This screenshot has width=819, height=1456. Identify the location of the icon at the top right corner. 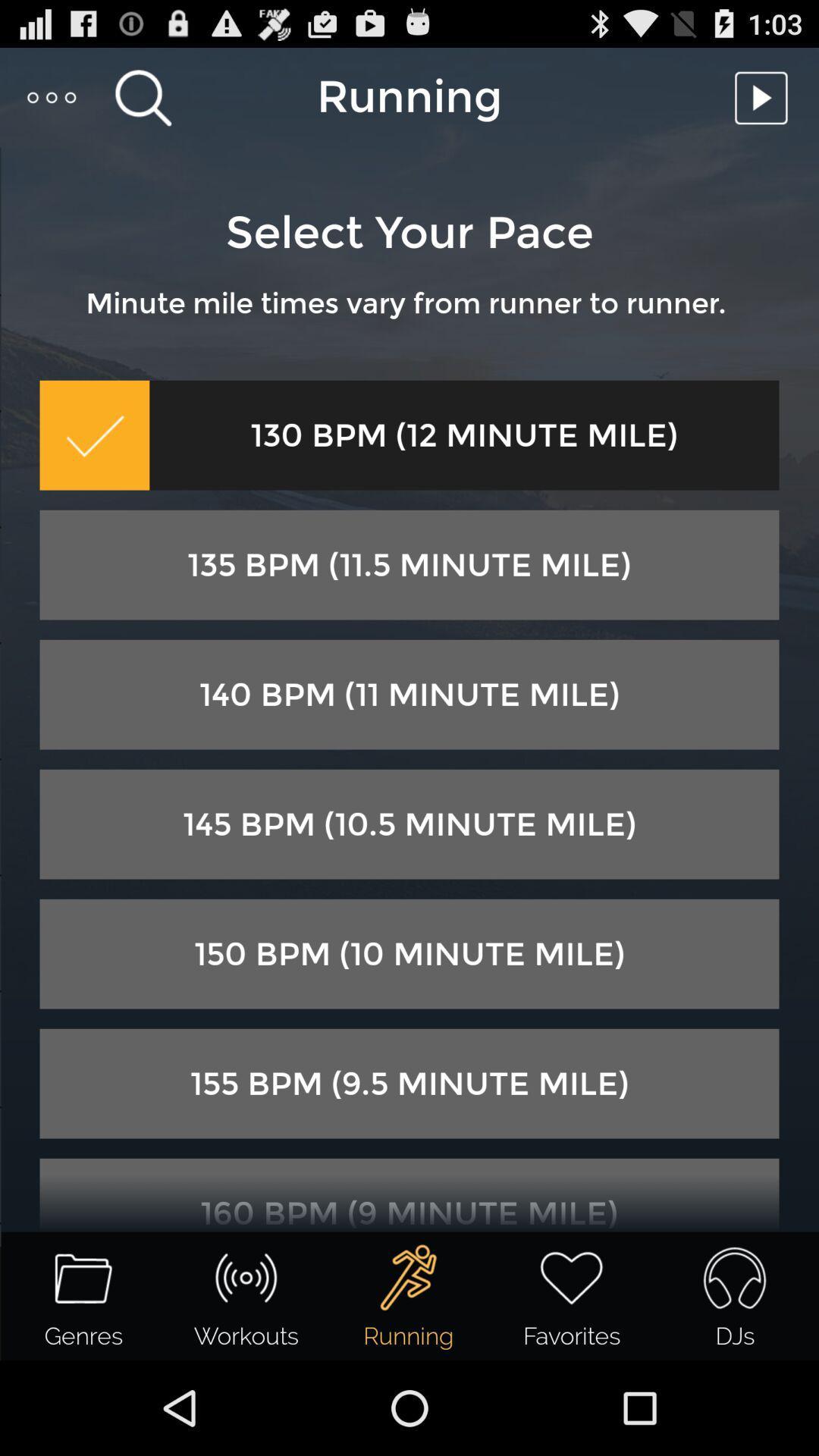
(765, 96).